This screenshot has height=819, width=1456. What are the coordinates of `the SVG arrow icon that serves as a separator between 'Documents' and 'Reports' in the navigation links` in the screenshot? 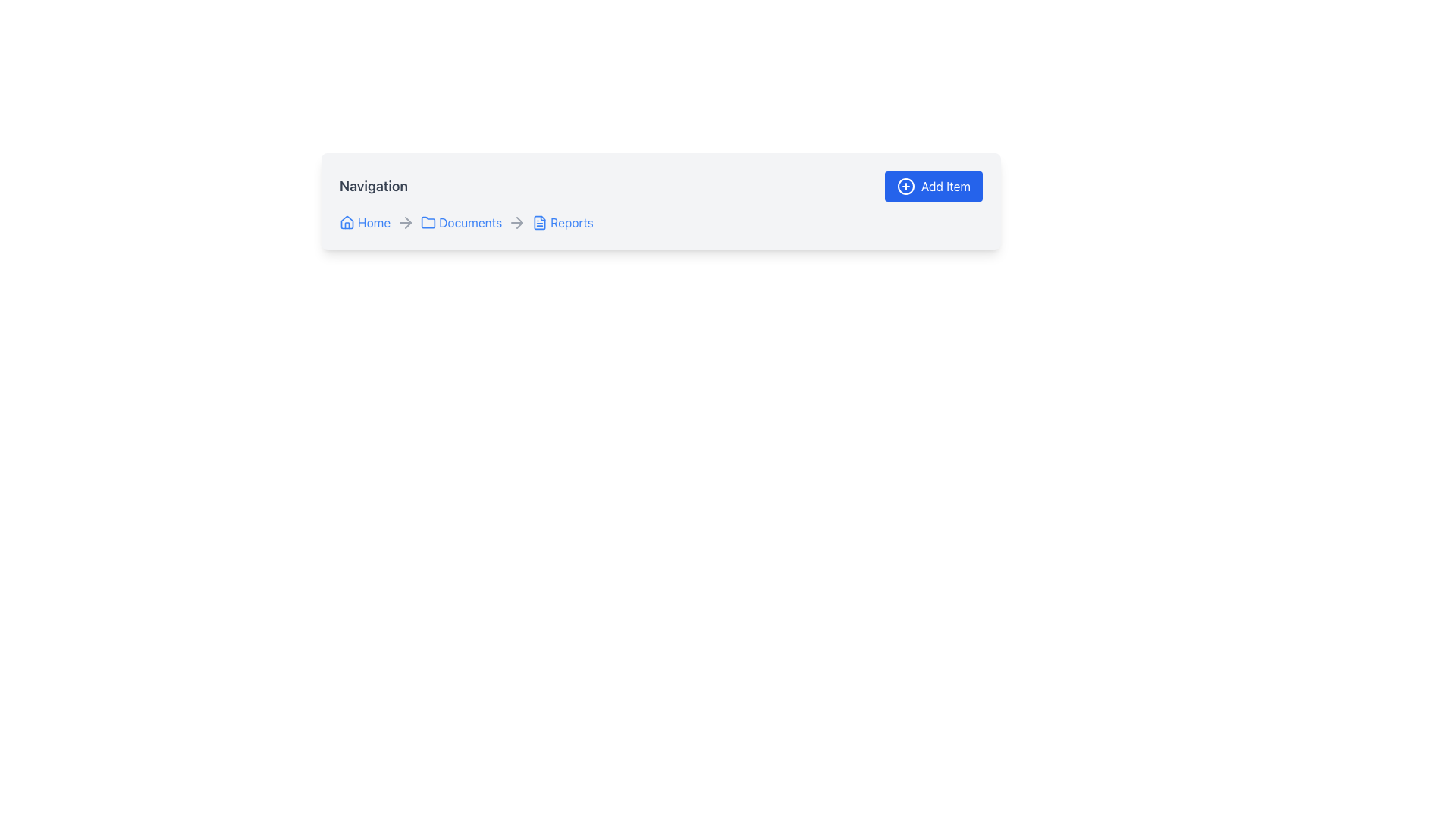 It's located at (408, 222).